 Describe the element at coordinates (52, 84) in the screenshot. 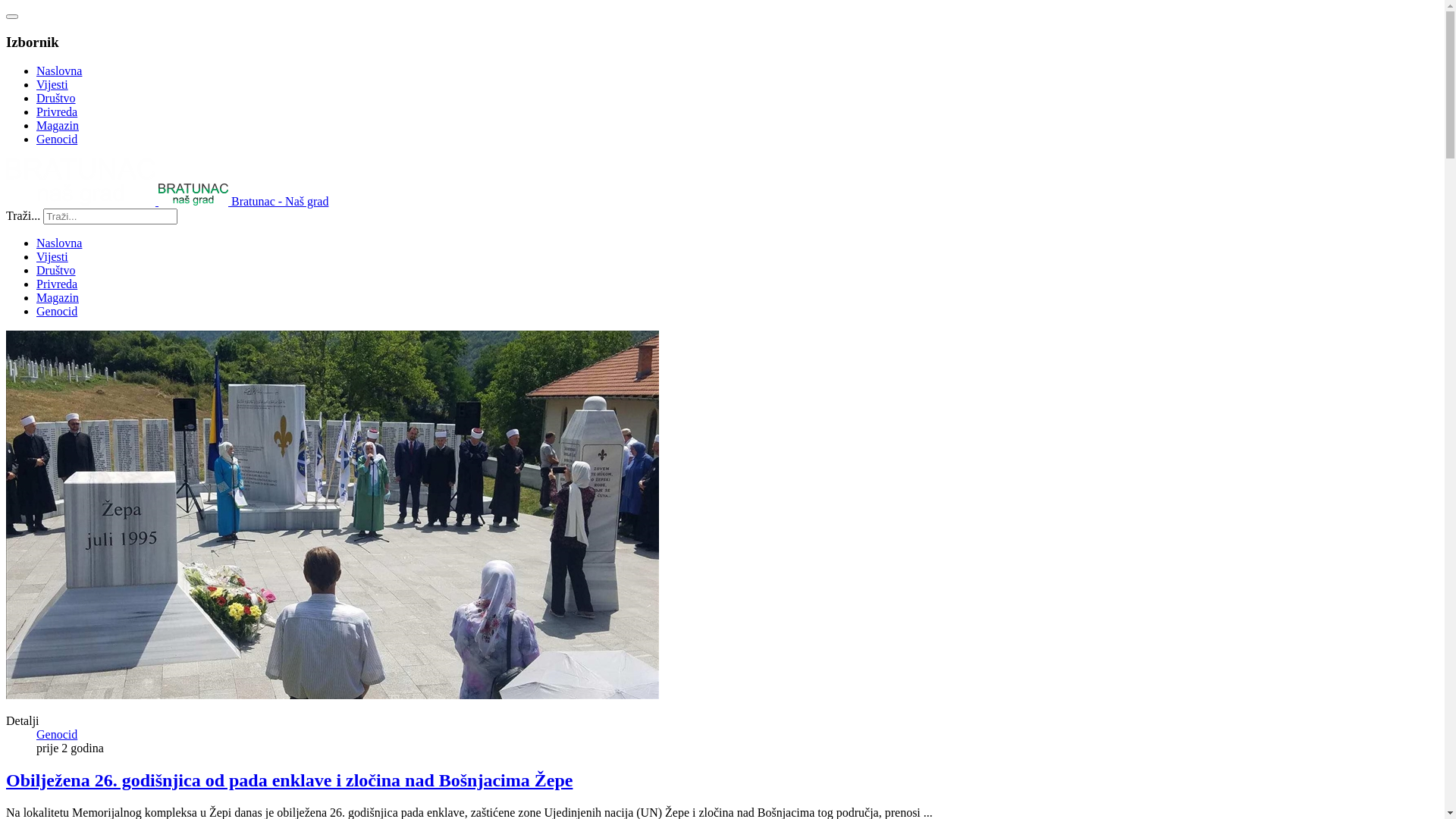

I see `'Vijesti'` at that location.